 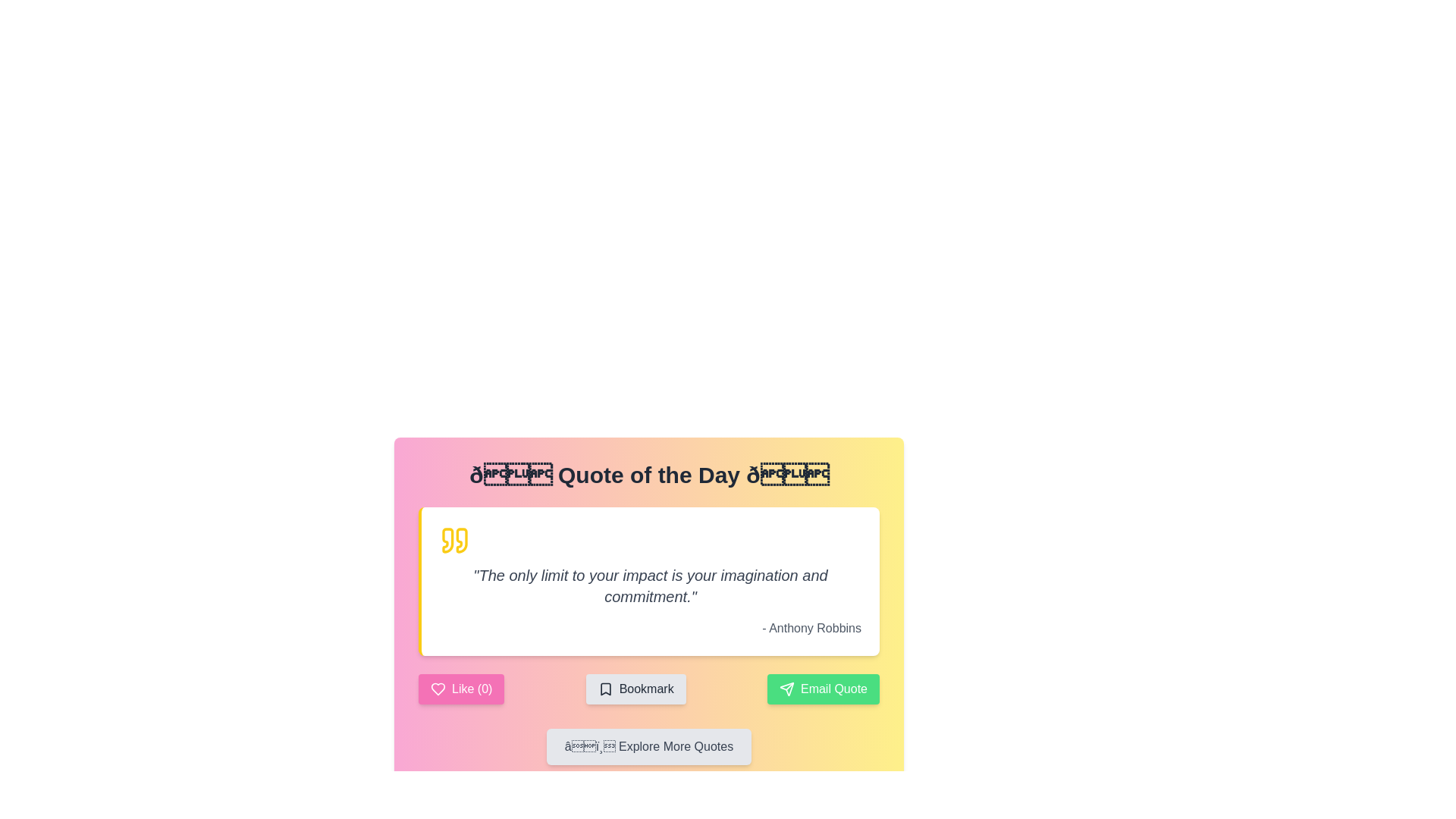 I want to click on the heart-shaped icon, which represents a 'like' or 'favorite' action, located above the text 'Like (0)' and to the left of the 'Bookmark' button, so click(x=437, y=689).